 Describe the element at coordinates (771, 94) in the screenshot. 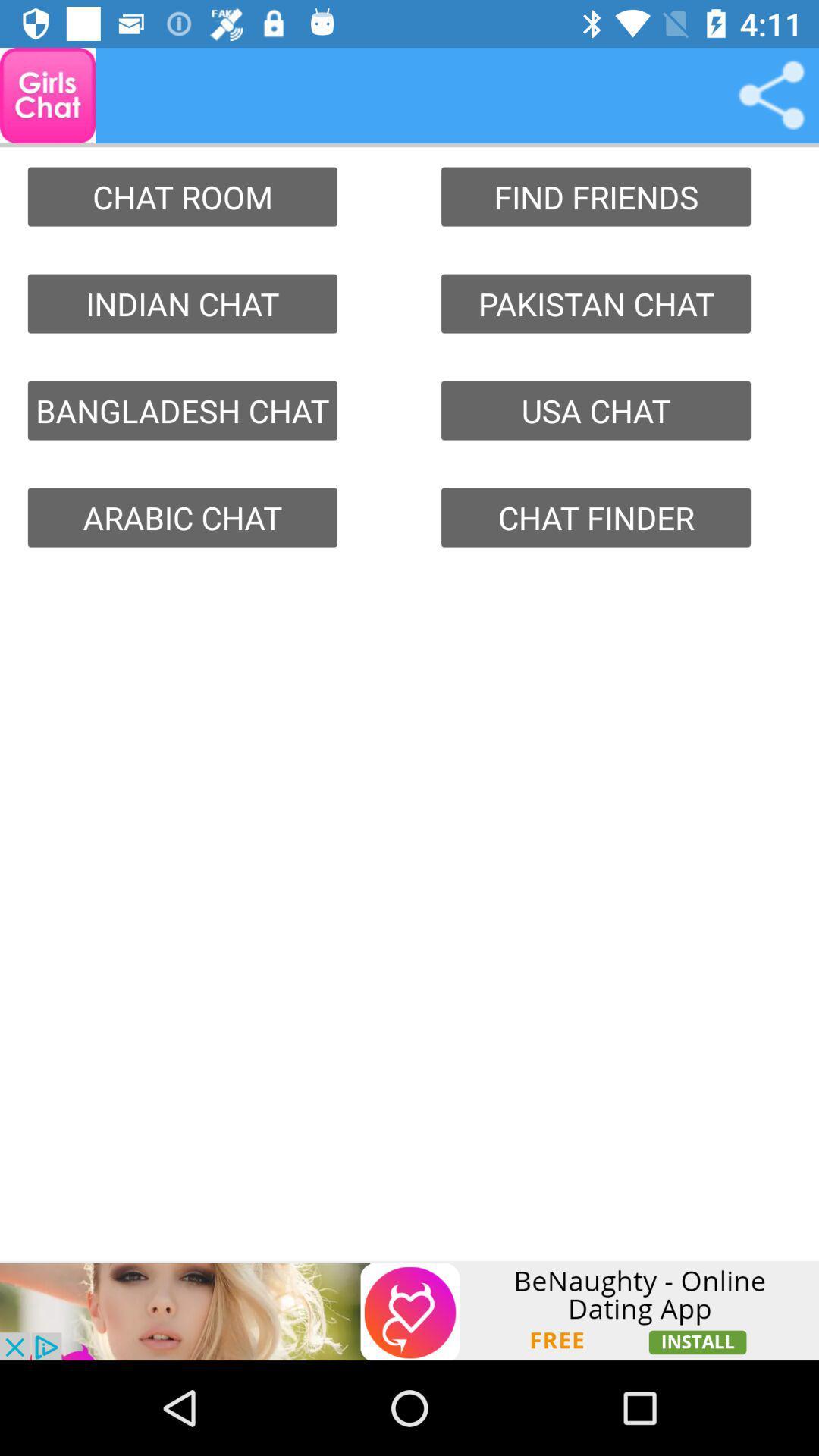

I see `link media` at that location.